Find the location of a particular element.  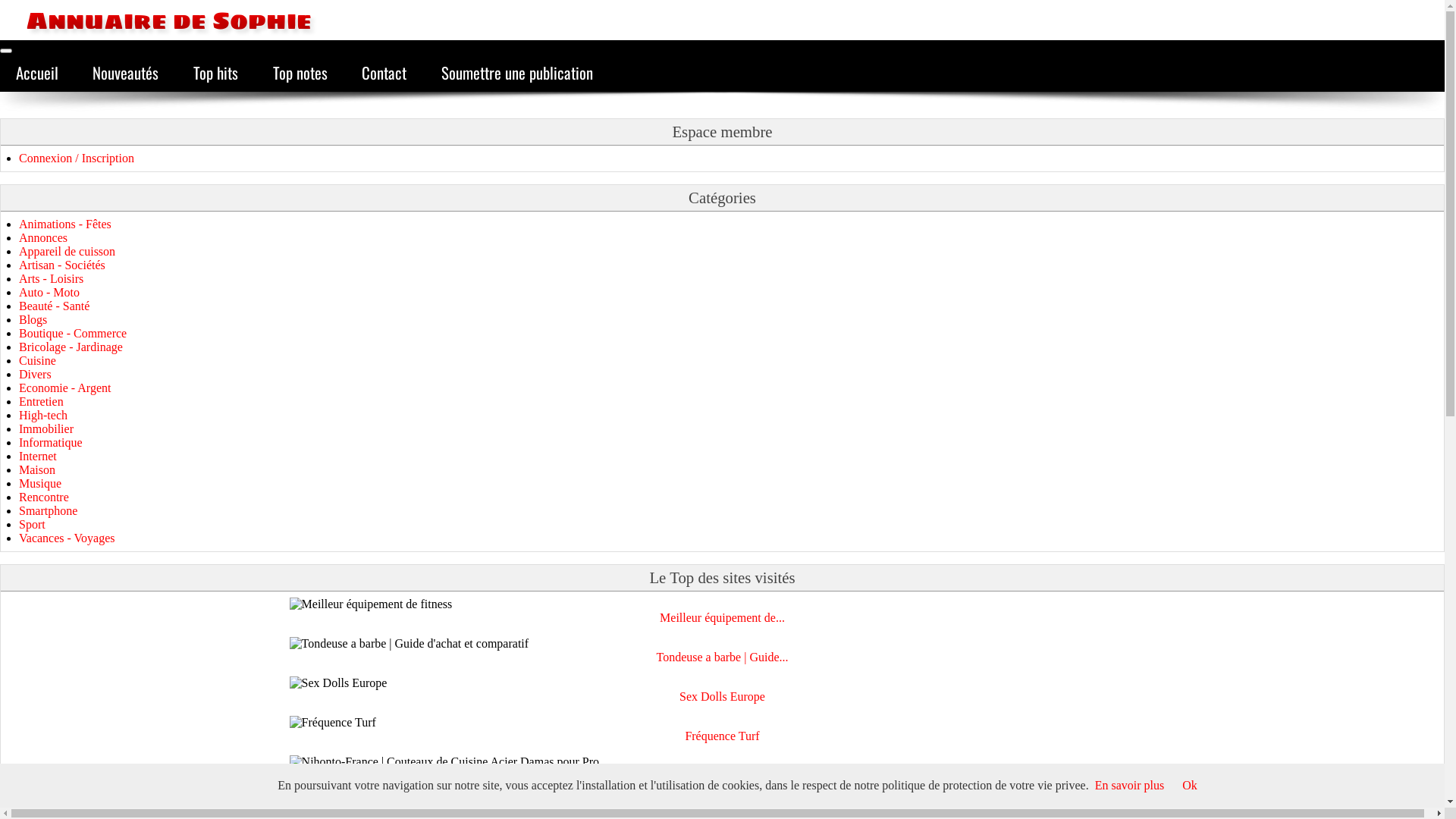

'Entretien' is located at coordinates (41, 400).